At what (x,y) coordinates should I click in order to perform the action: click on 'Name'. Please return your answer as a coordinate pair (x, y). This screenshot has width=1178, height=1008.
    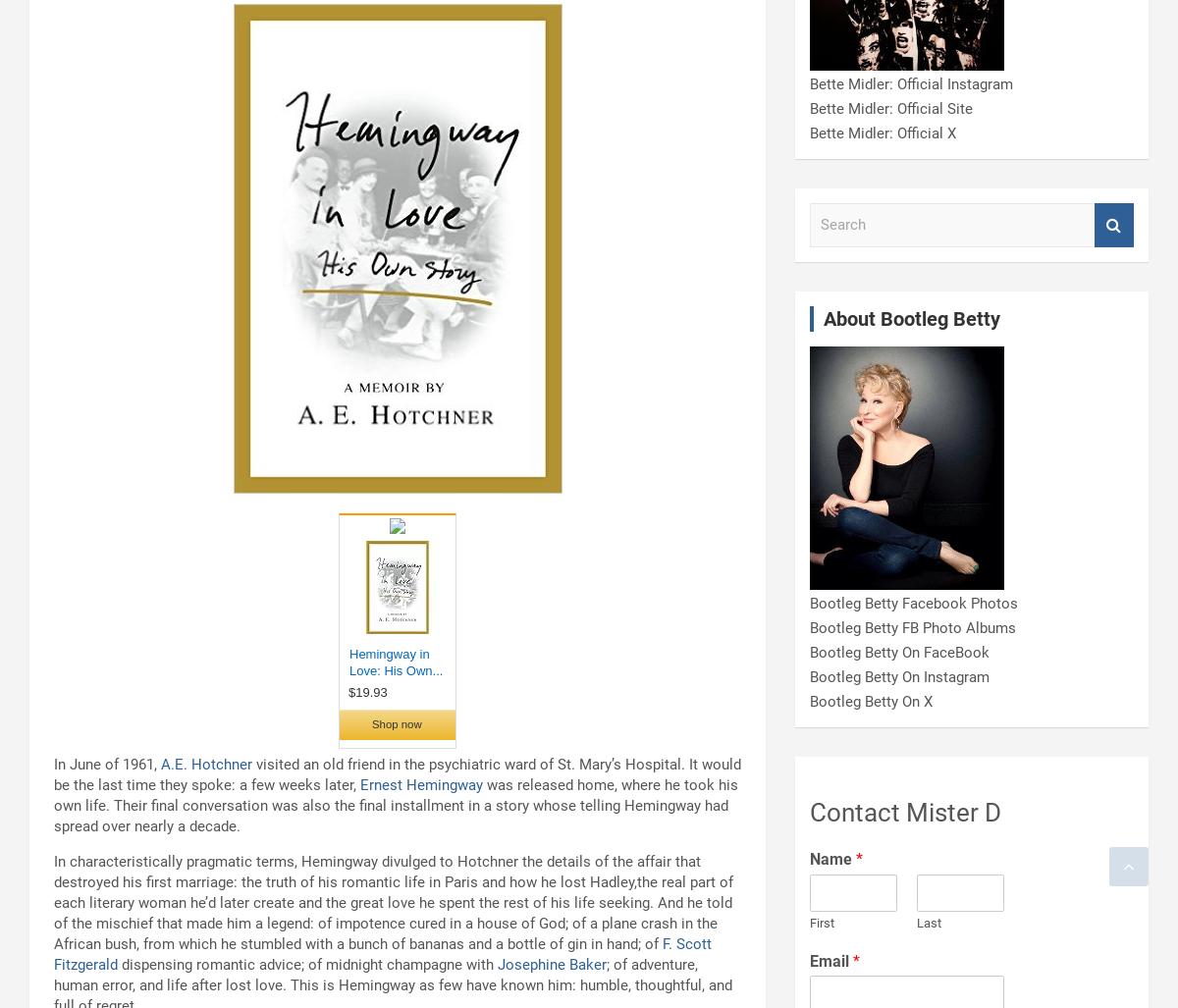
    Looking at the image, I should click on (831, 857).